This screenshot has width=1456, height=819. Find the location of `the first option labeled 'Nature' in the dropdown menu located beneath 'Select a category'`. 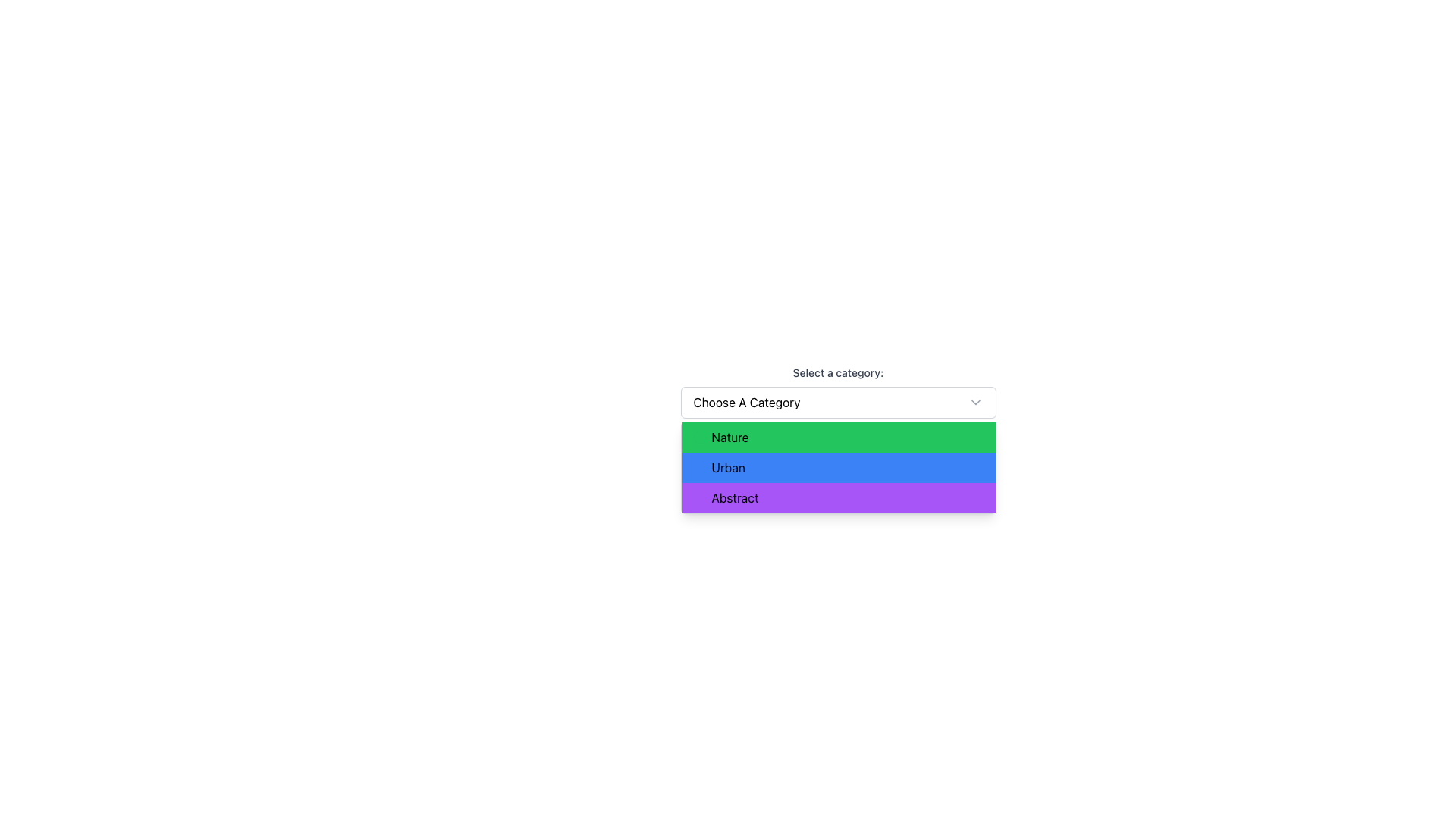

the first option labeled 'Nature' in the dropdown menu located beneath 'Select a category' is located at coordinates (837, 438).